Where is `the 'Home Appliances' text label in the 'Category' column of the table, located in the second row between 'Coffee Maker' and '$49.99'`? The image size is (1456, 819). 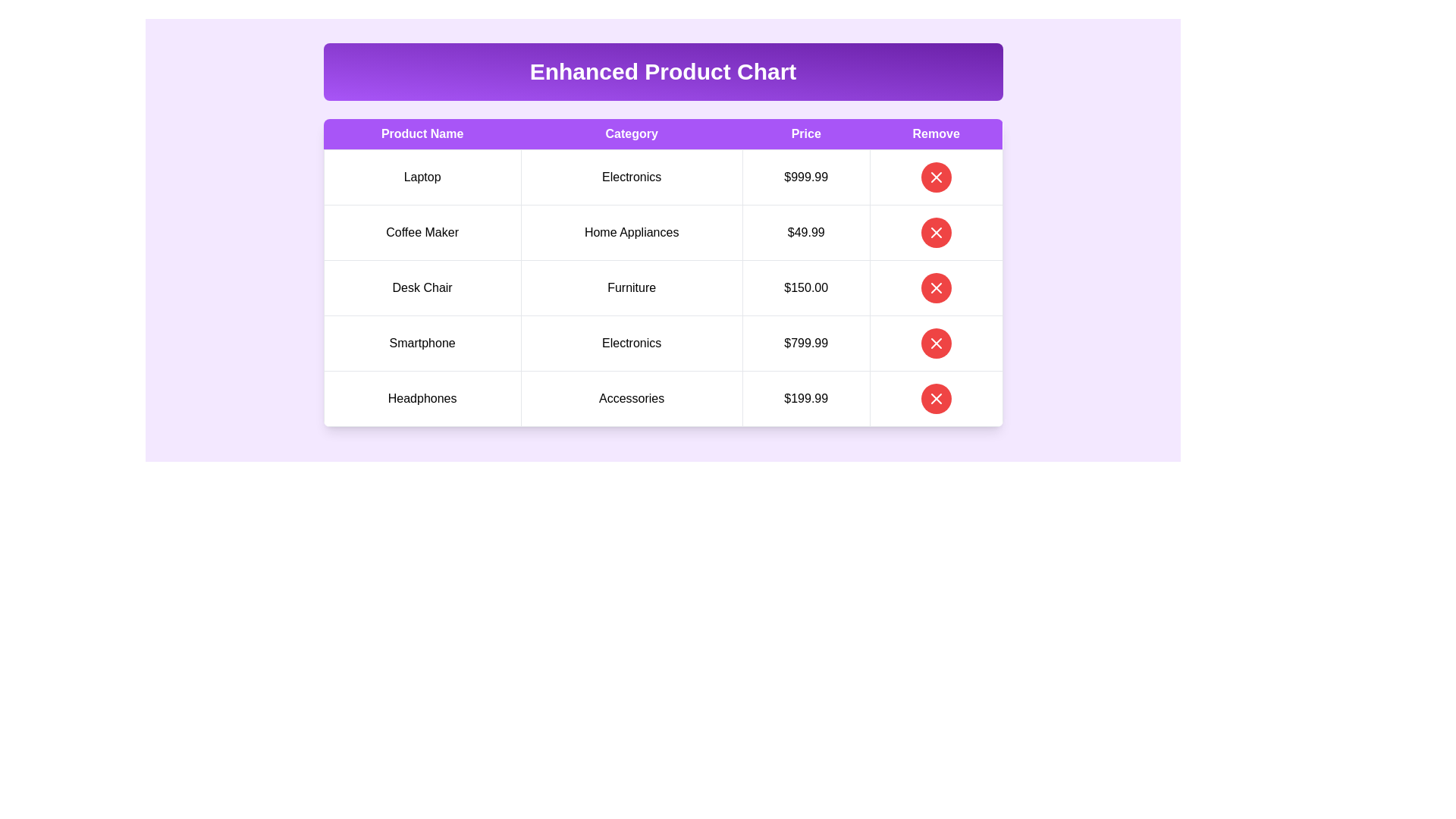
the 'Home Appliances' text label in the 'Category' column of the table, located in the second row between 'Coffee Maker' and '$49.99' is located at coordinates (632, 233).